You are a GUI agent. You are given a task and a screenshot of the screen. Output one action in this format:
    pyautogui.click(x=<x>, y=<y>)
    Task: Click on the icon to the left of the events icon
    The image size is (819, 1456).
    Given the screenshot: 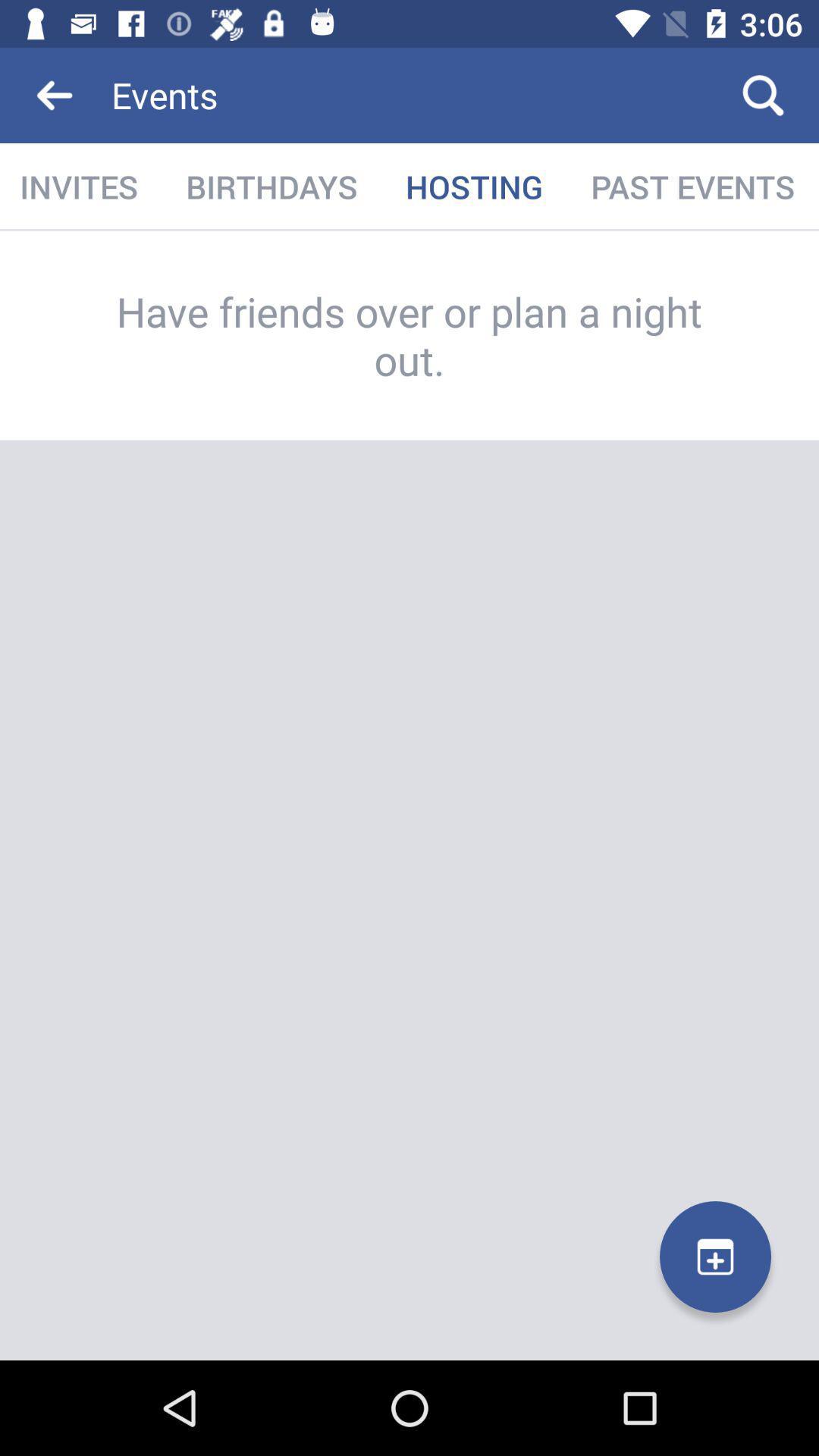 What is the action you would take?
    pyautogui.click(x=55, y=94)
    